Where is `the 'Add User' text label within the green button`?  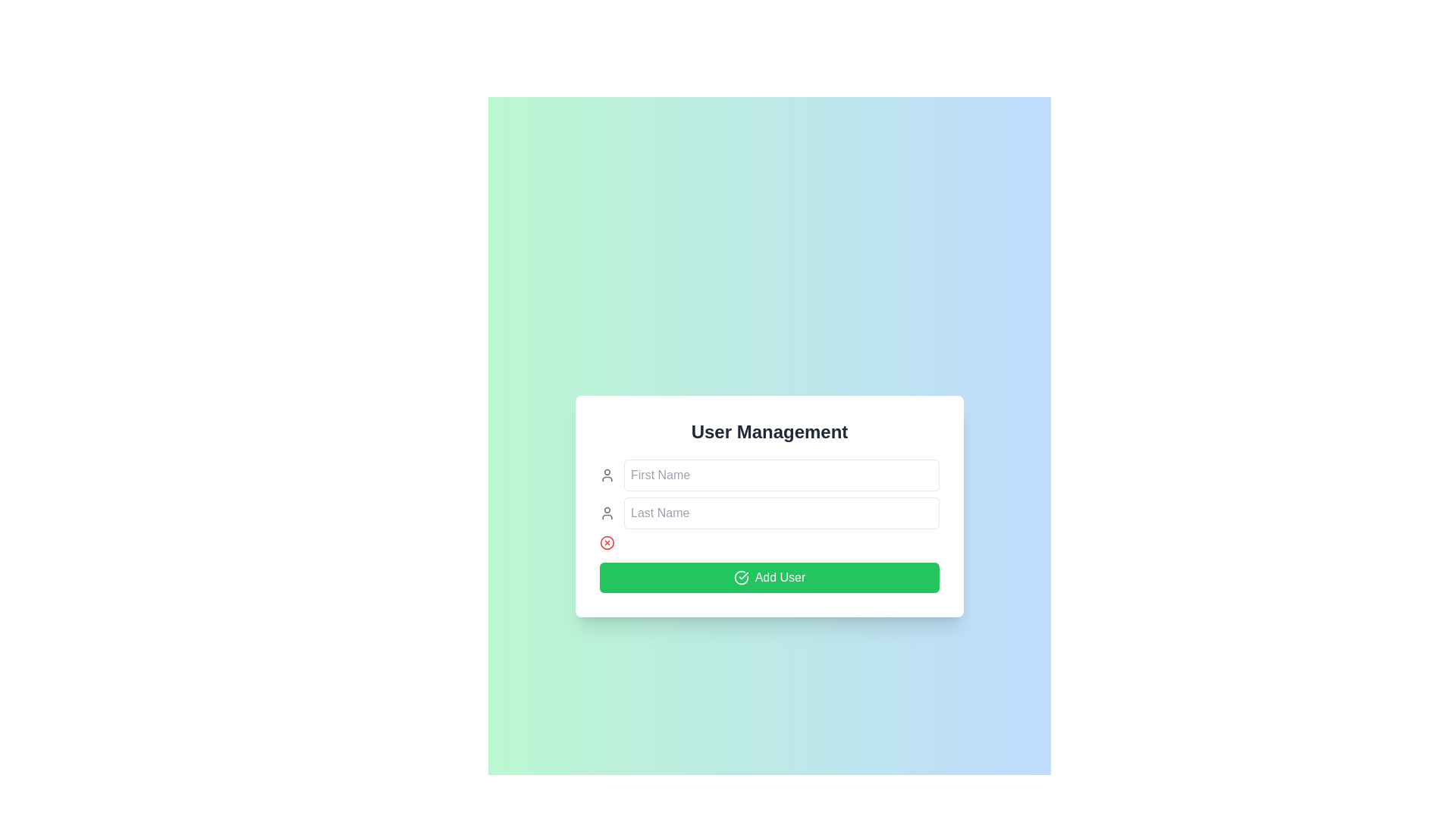
the 'Add User' text label within the green button is located at coordinates (780, 578).